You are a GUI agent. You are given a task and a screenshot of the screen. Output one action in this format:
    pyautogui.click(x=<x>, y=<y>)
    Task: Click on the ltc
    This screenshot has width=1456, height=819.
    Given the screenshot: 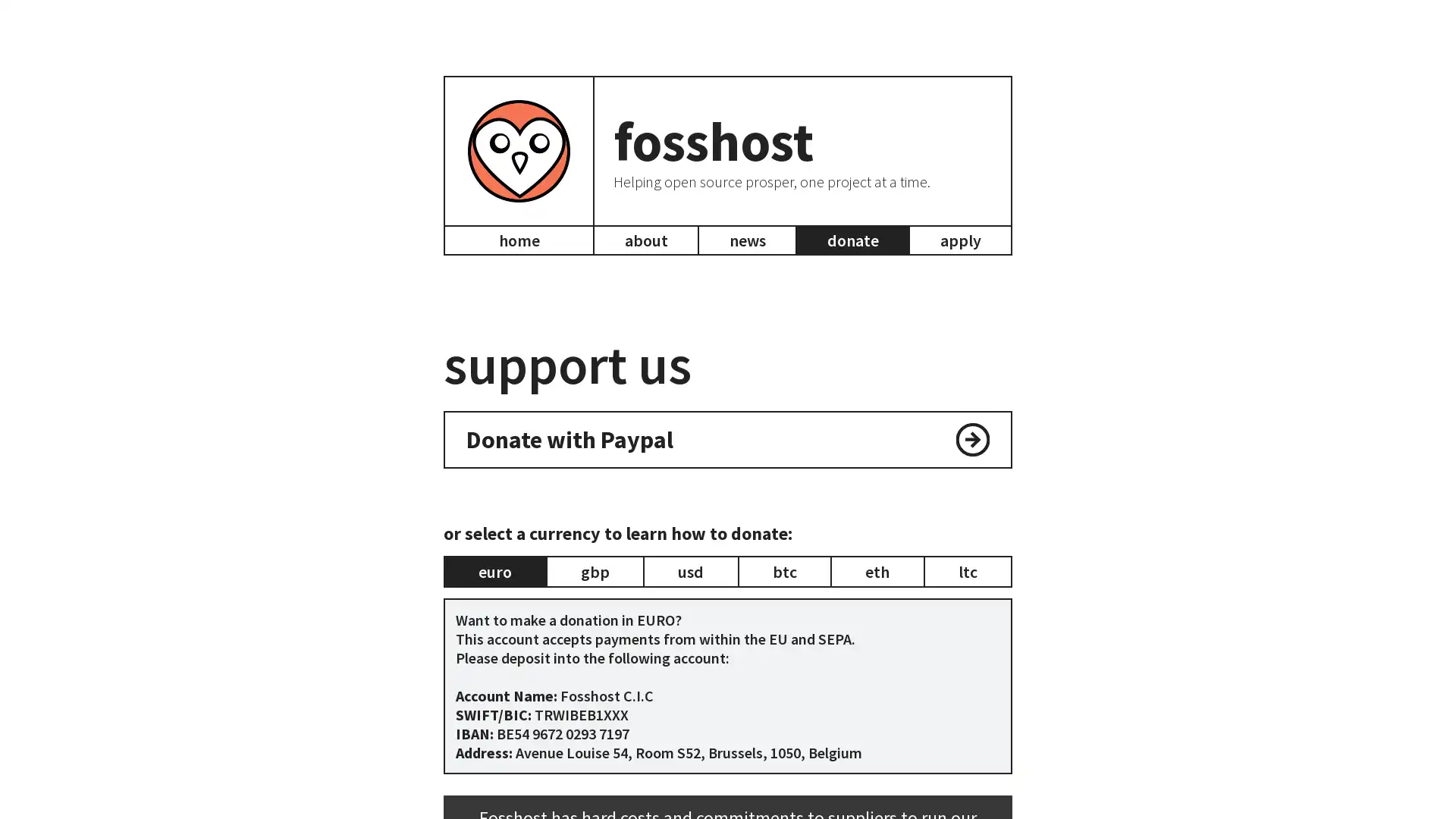 What is the action you would take?
    pyautogui.click(x=967, y=571)
    